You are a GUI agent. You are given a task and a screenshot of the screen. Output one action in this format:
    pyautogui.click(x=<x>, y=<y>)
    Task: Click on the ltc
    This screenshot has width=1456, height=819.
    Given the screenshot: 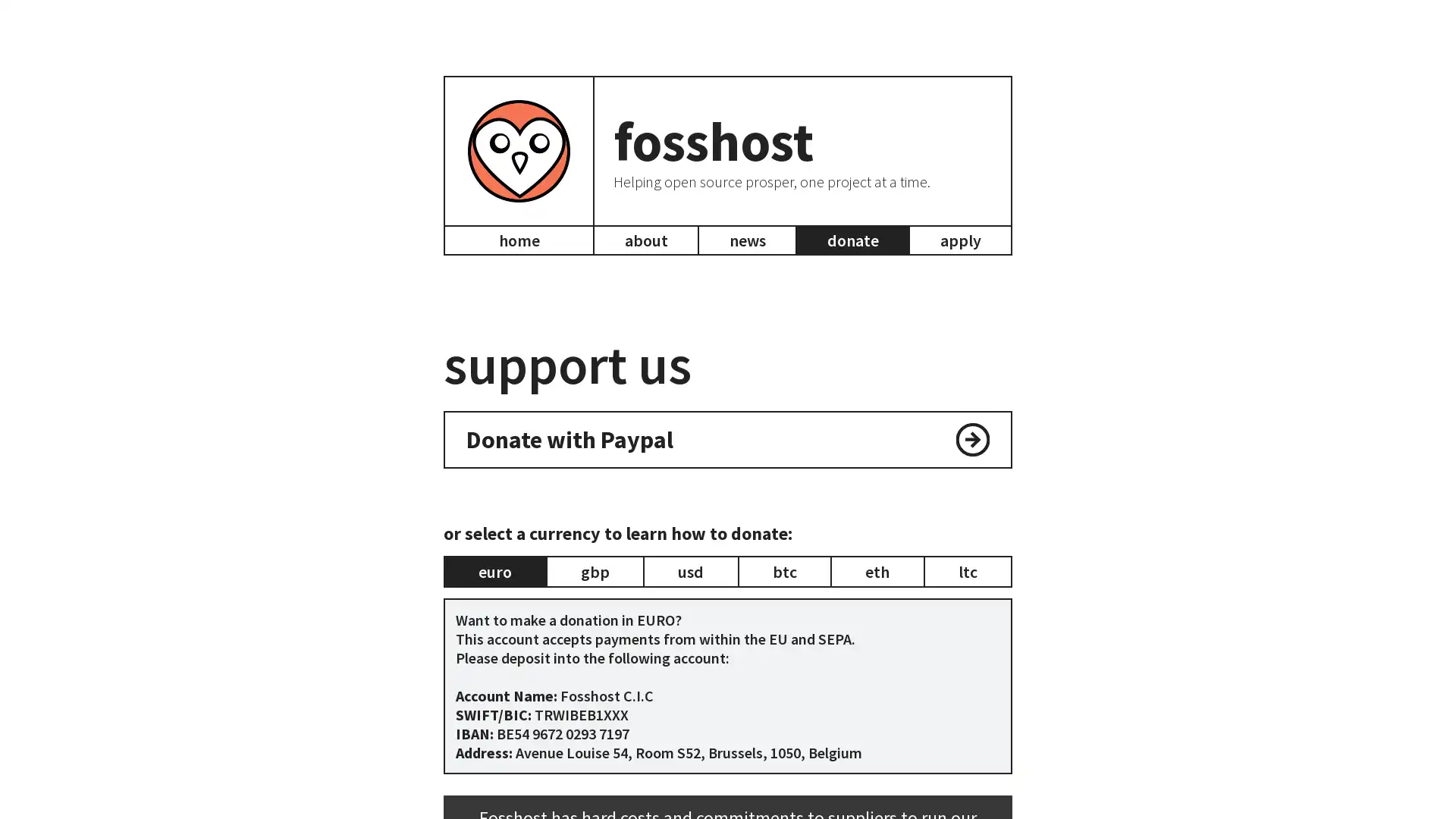 What is the action you would take?
    pyautogui.click(x=967, y=571)
    